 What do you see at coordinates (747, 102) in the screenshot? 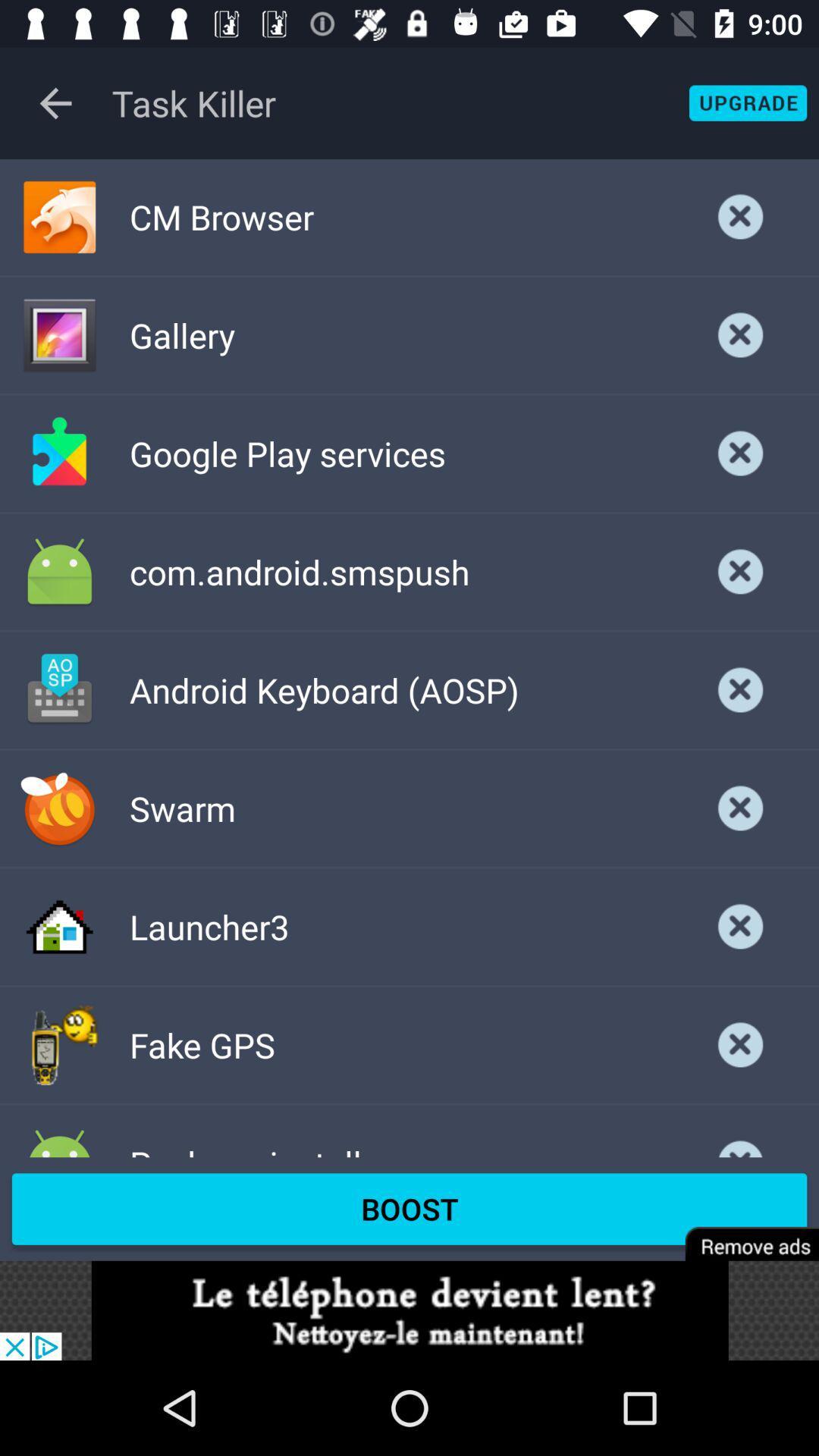
I see `button` at bounding box center [747, 102].